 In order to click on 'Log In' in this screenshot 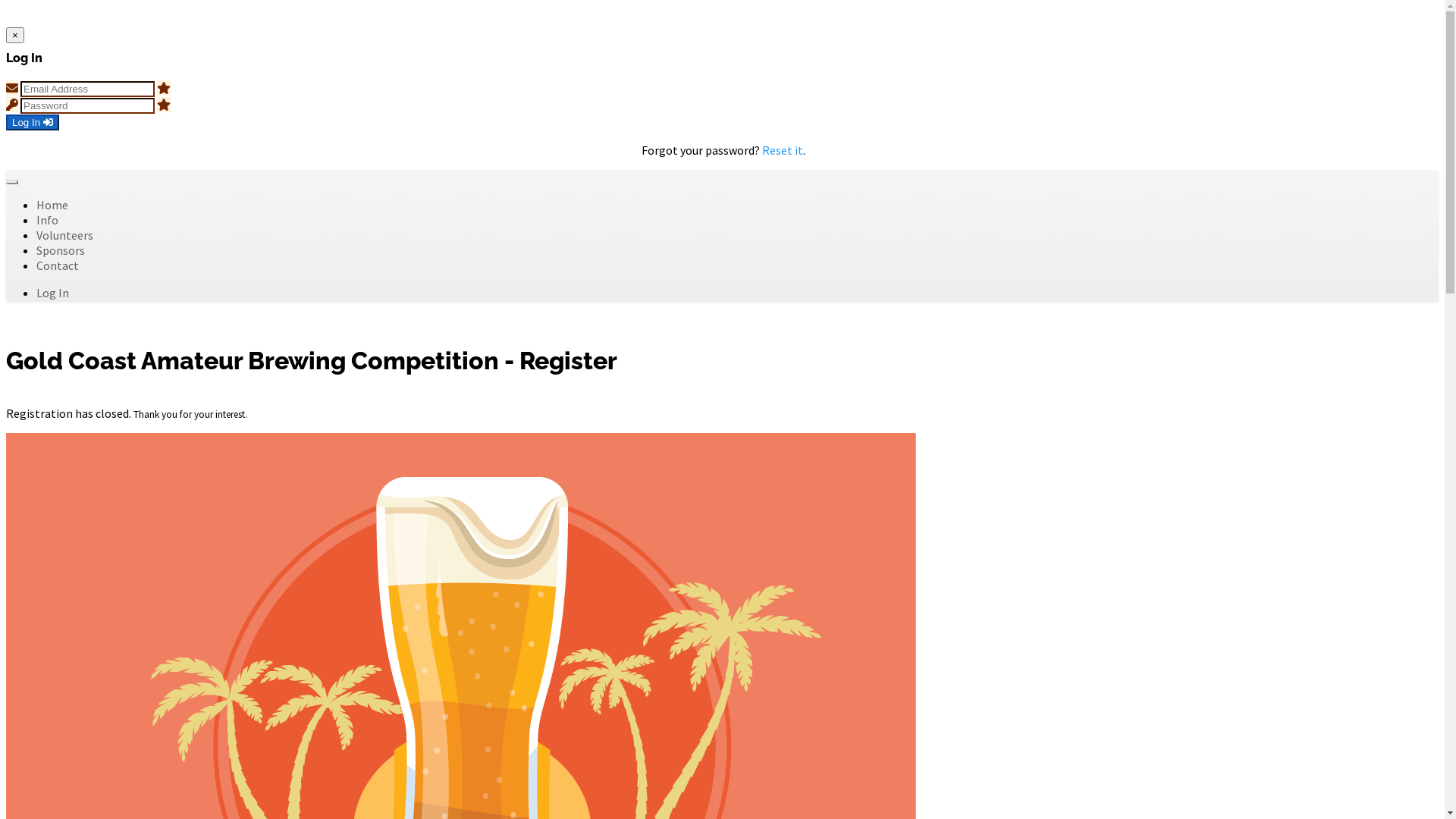, I will do `click(36, 292)`.